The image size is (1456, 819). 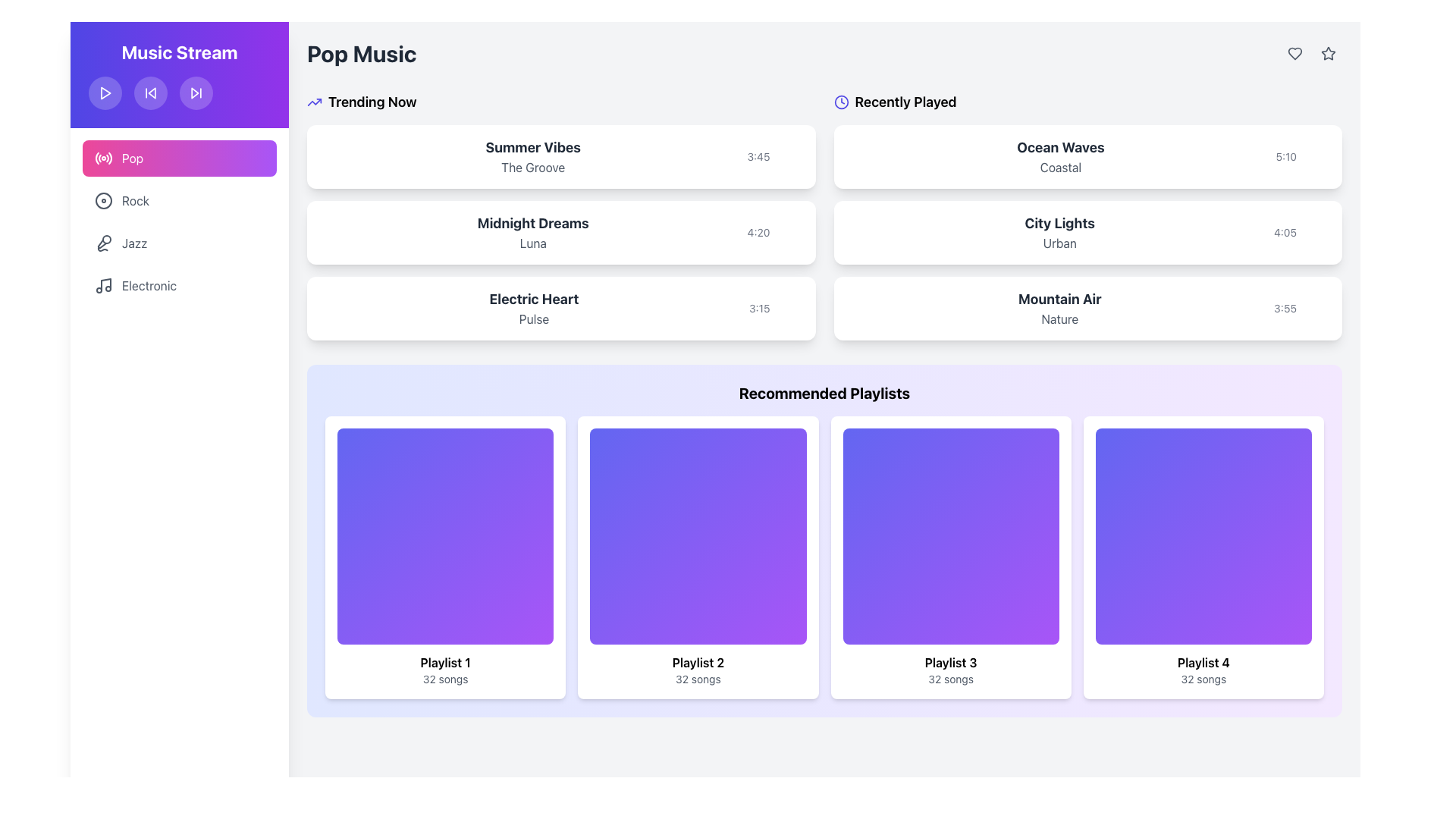 What do you see at coordinates (1087, 216) in the screenshot?
I see `the second list item in the 'Recently Played' section that displays the track 'City Lights'` at bounding box center [1087, 216].